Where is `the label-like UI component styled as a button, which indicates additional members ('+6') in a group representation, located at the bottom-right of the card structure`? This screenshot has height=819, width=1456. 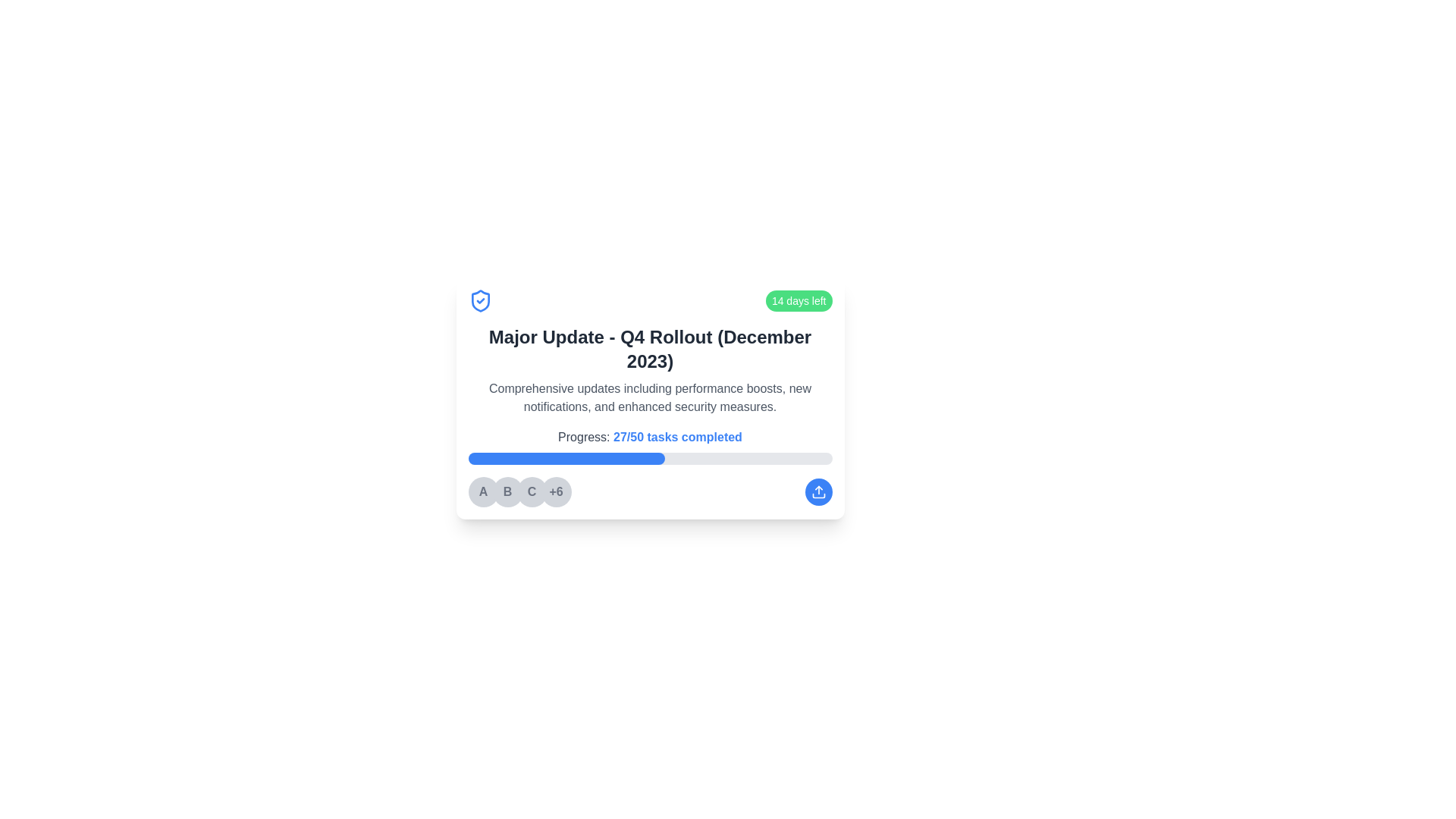 the label-like UI component styled as a button, which indicates additional members ('+6') in a group representation, located at the bottom-right of the card structure is located at coordinates (555, 491).